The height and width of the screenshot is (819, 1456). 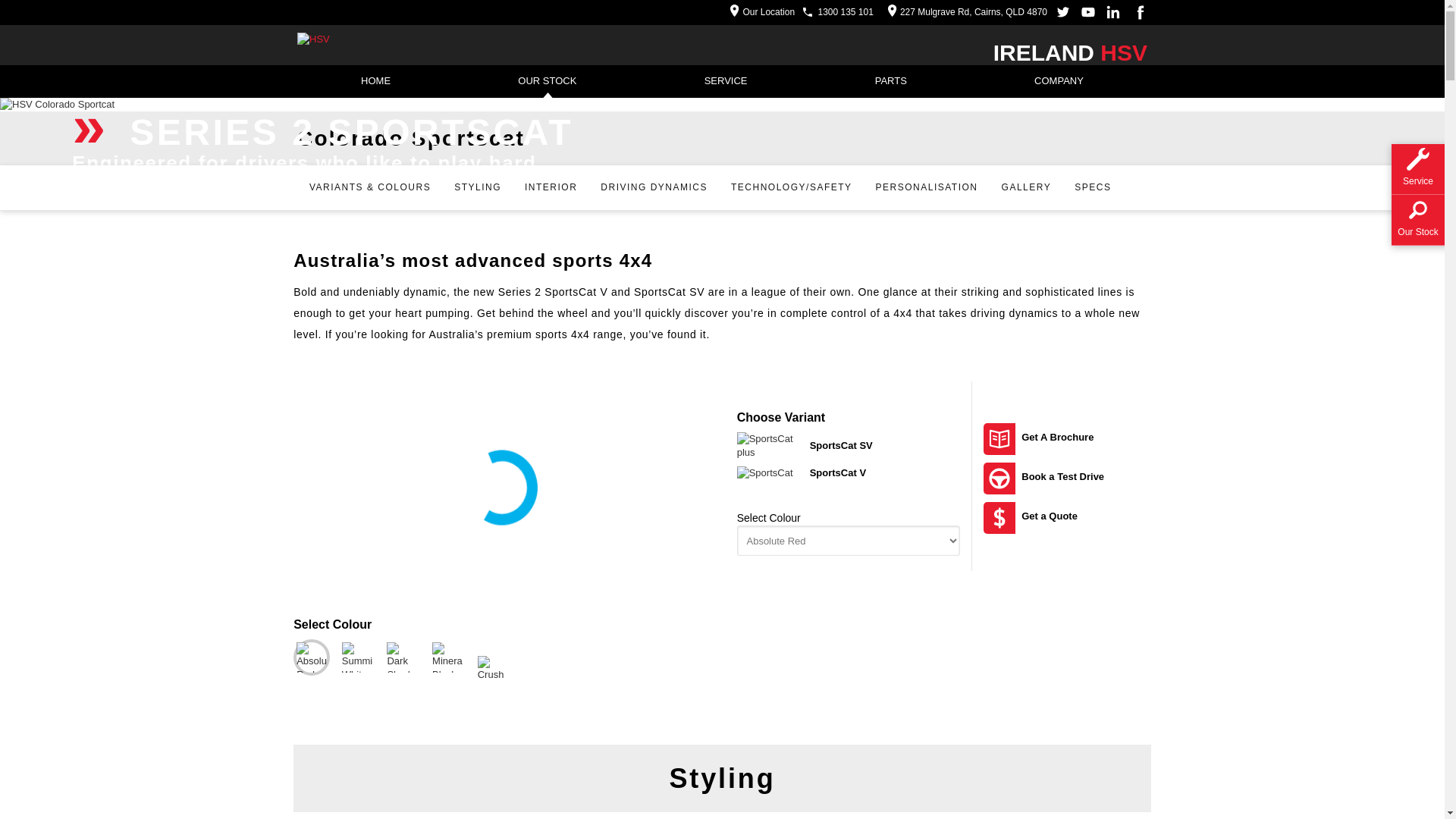 What do you see at coordinates (720, 187) in the screenshot?
I see `'TECHNOLOGY/SAFETY'` at bounding box center [720, 187].